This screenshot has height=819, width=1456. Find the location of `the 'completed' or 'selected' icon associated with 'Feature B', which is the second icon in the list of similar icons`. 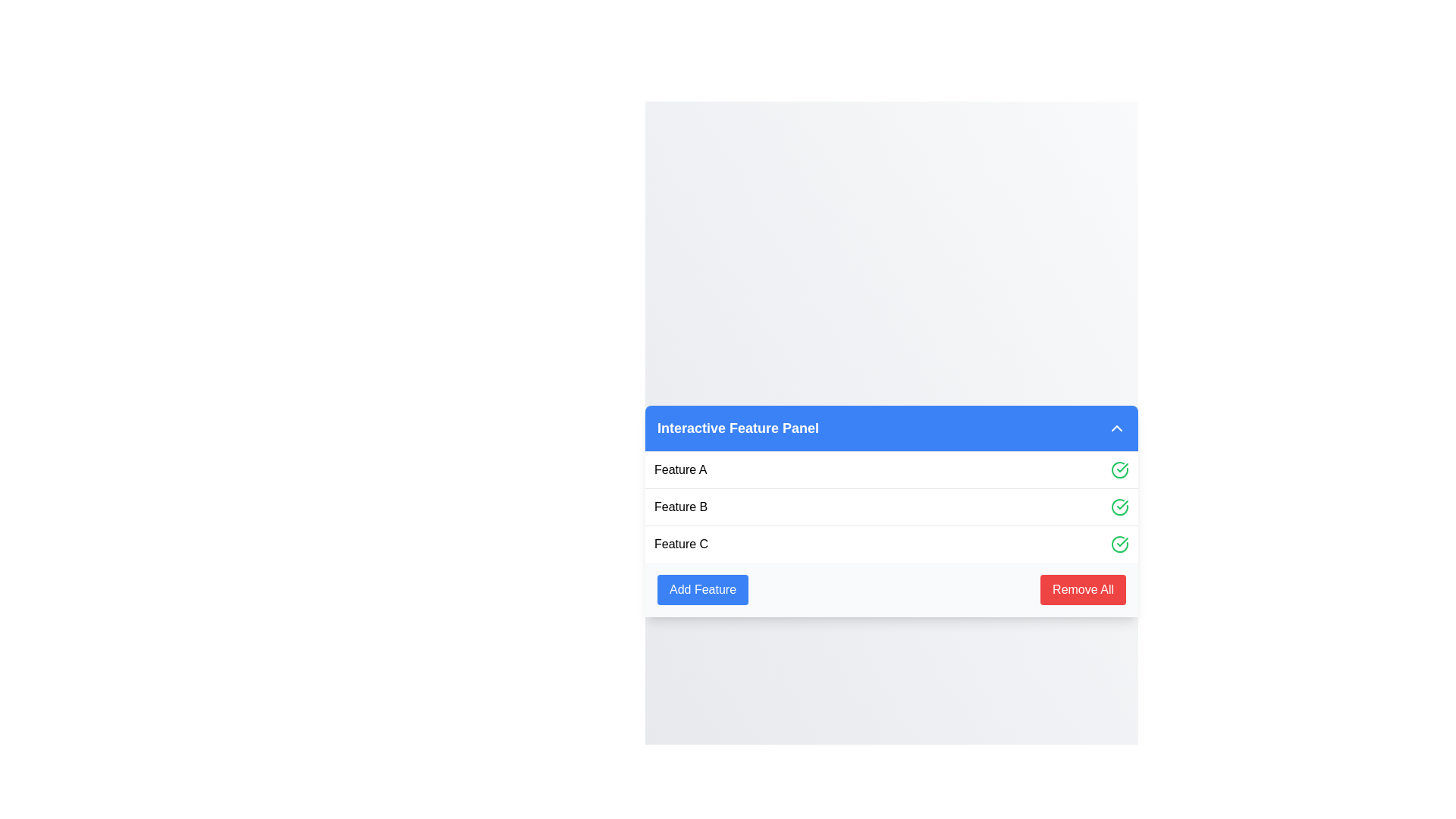

the 'completed' or 'selected' icon associated with 'Feature B', which is the second icon in the list of similar icons is located at coordinates (1120, 507).